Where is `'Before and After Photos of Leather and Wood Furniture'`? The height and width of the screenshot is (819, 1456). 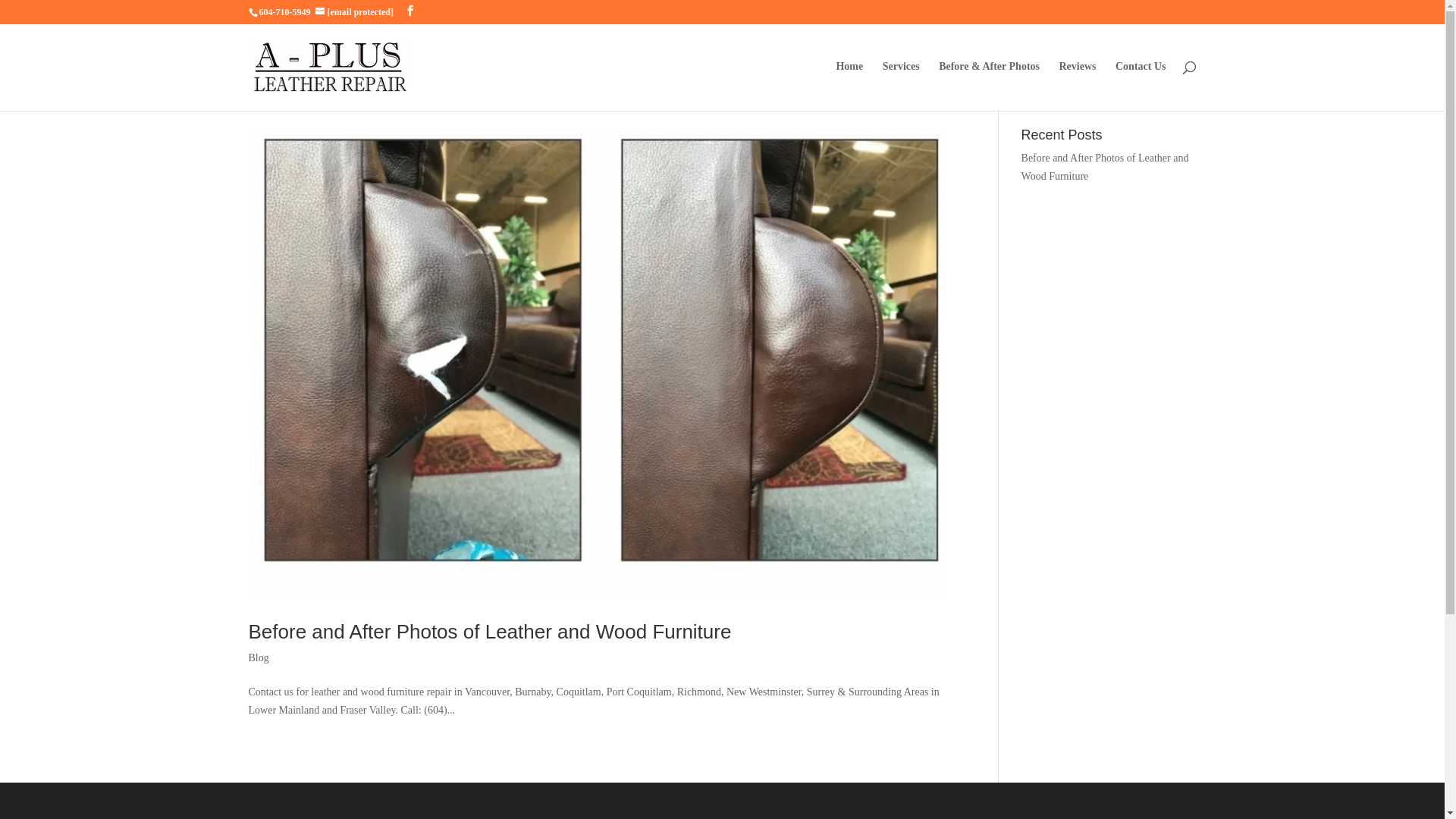
'Before and After Photos of Leather and Wood Furniture' is located at coordinates (1105, 167).